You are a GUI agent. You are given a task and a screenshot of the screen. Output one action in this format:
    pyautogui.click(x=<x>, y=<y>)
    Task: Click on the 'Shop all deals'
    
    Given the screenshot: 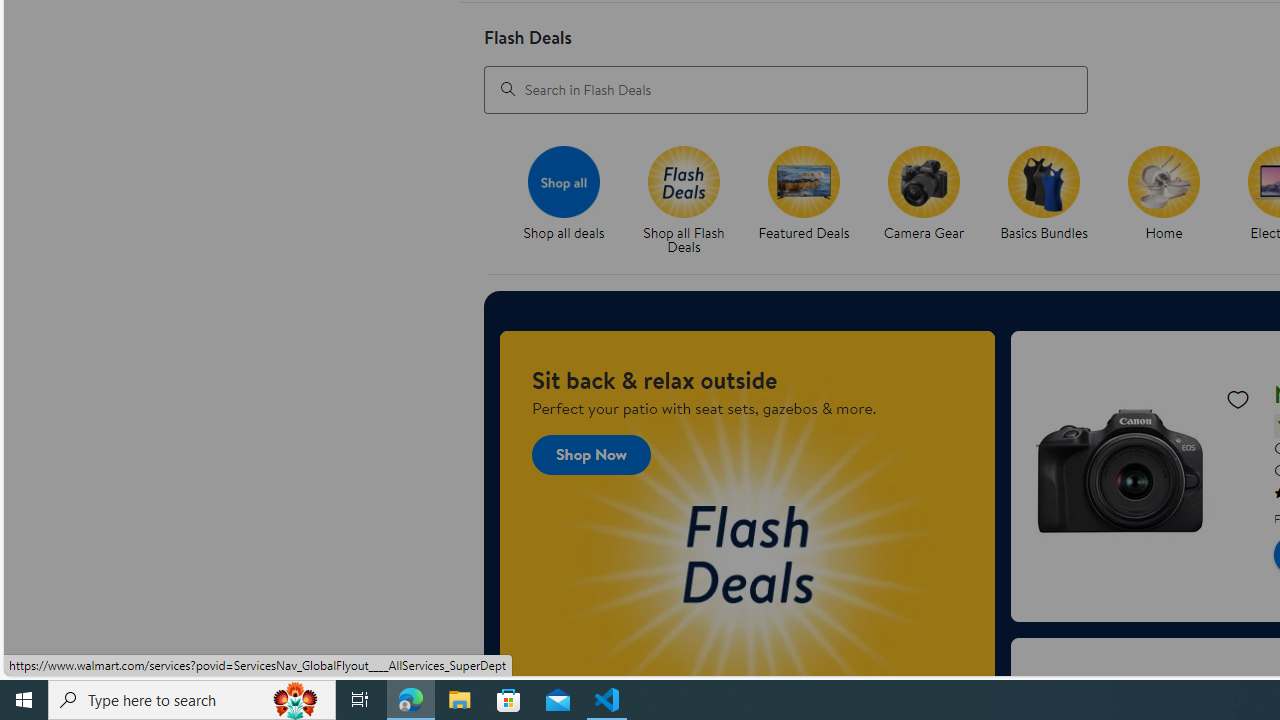 What is the action you would take?
    pyautogui.click(x=571, y=201)
    